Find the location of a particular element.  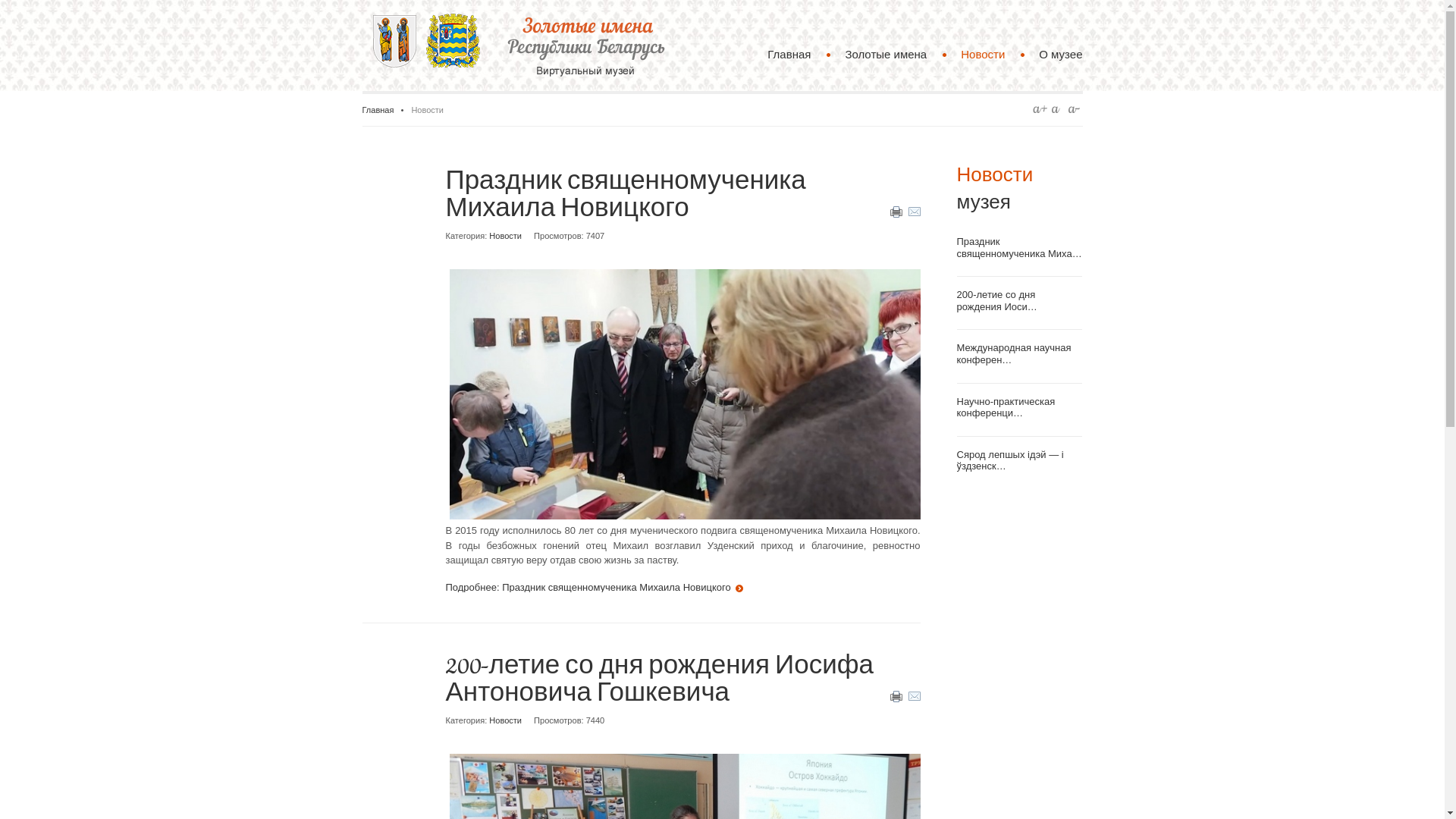

'A-' is located at coordinates (1074, 108).